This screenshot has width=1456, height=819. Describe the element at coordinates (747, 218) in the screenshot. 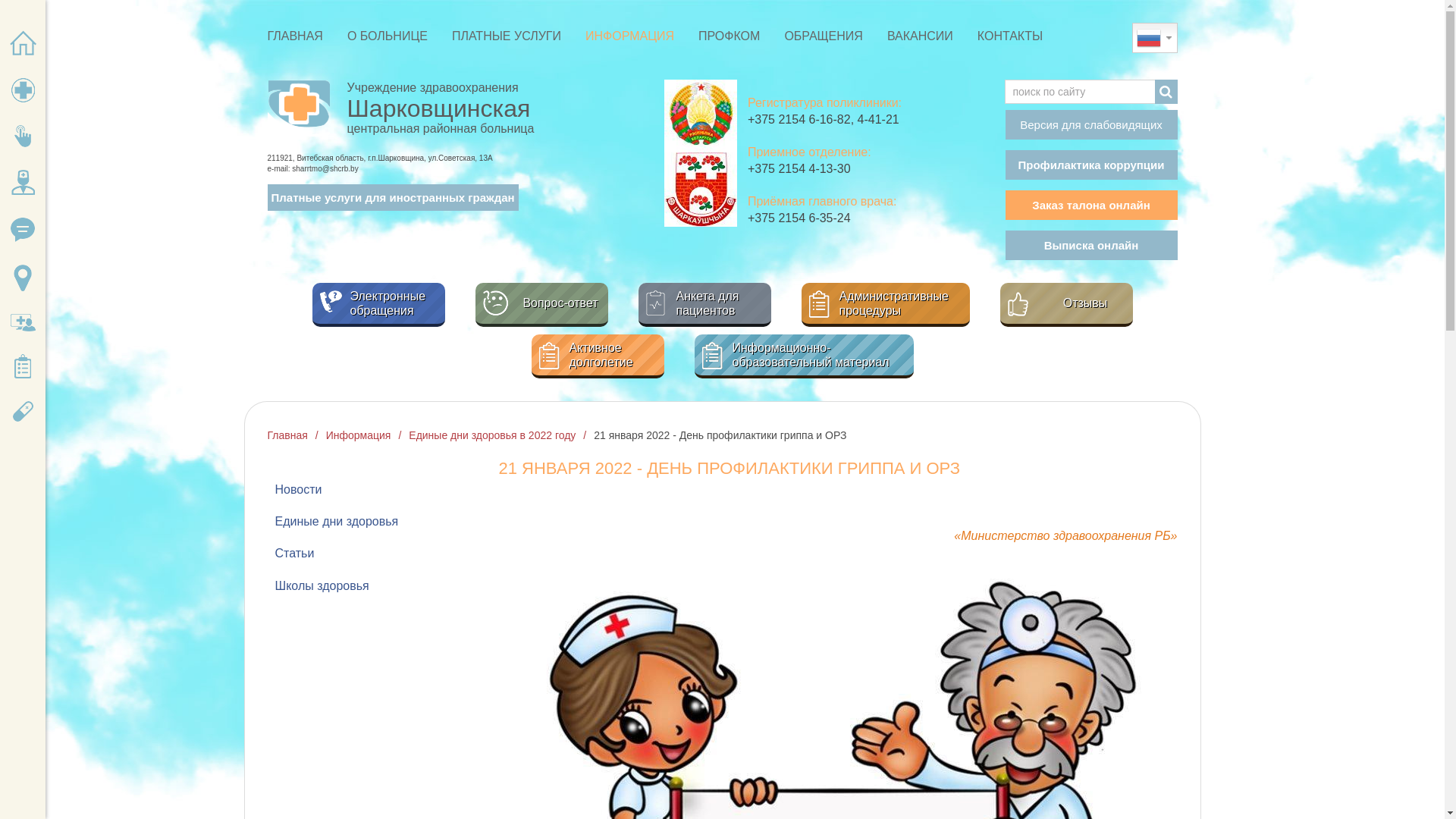

I see `'+375 2154 6-35-24'` at that location.